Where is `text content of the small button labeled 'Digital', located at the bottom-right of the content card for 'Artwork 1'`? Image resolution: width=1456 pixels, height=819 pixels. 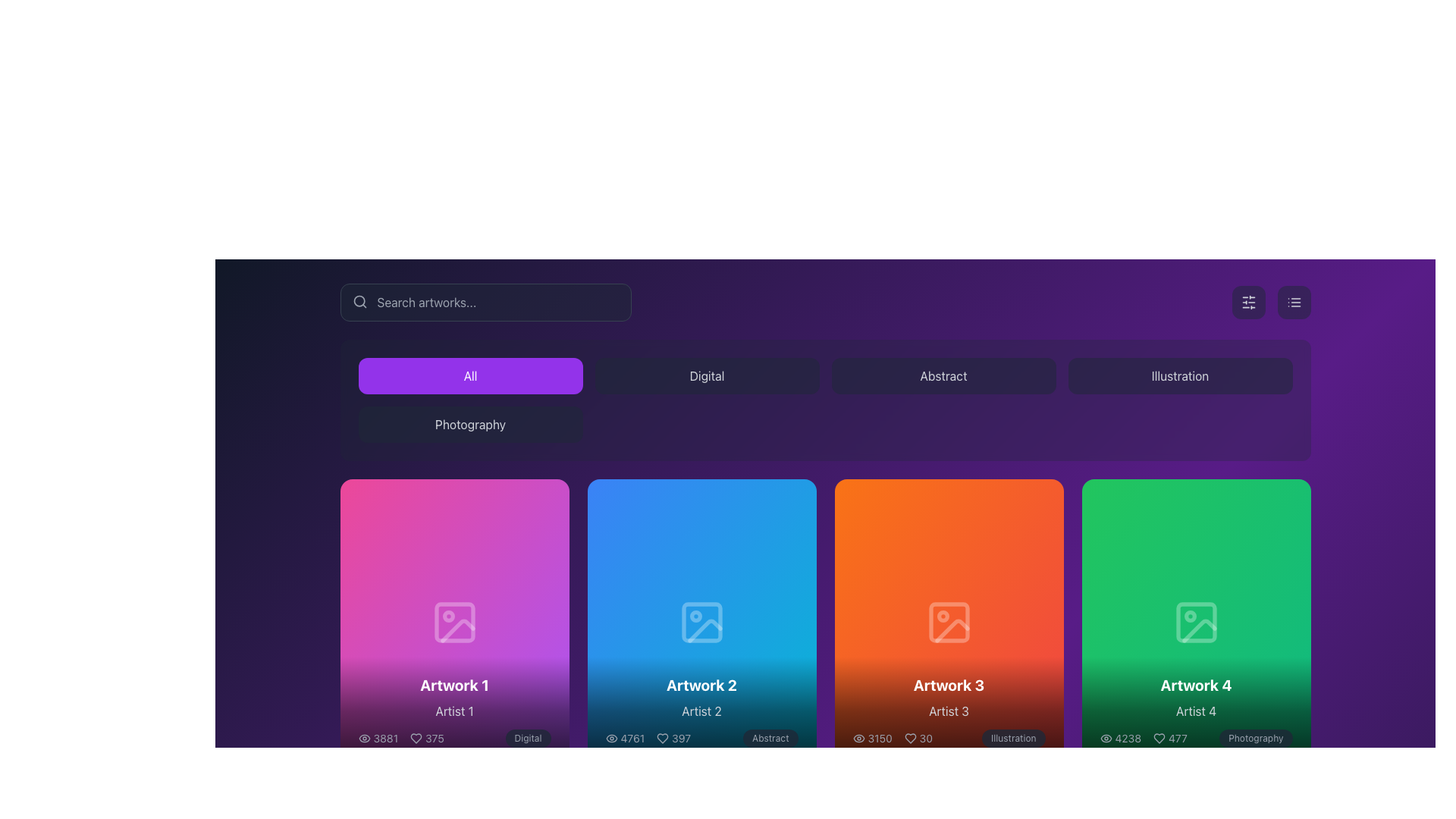
text content of the small button labeled 'Digital', located at the bottom-right of the content card for 'Artwork 1' is located at coordinates (528, 737).